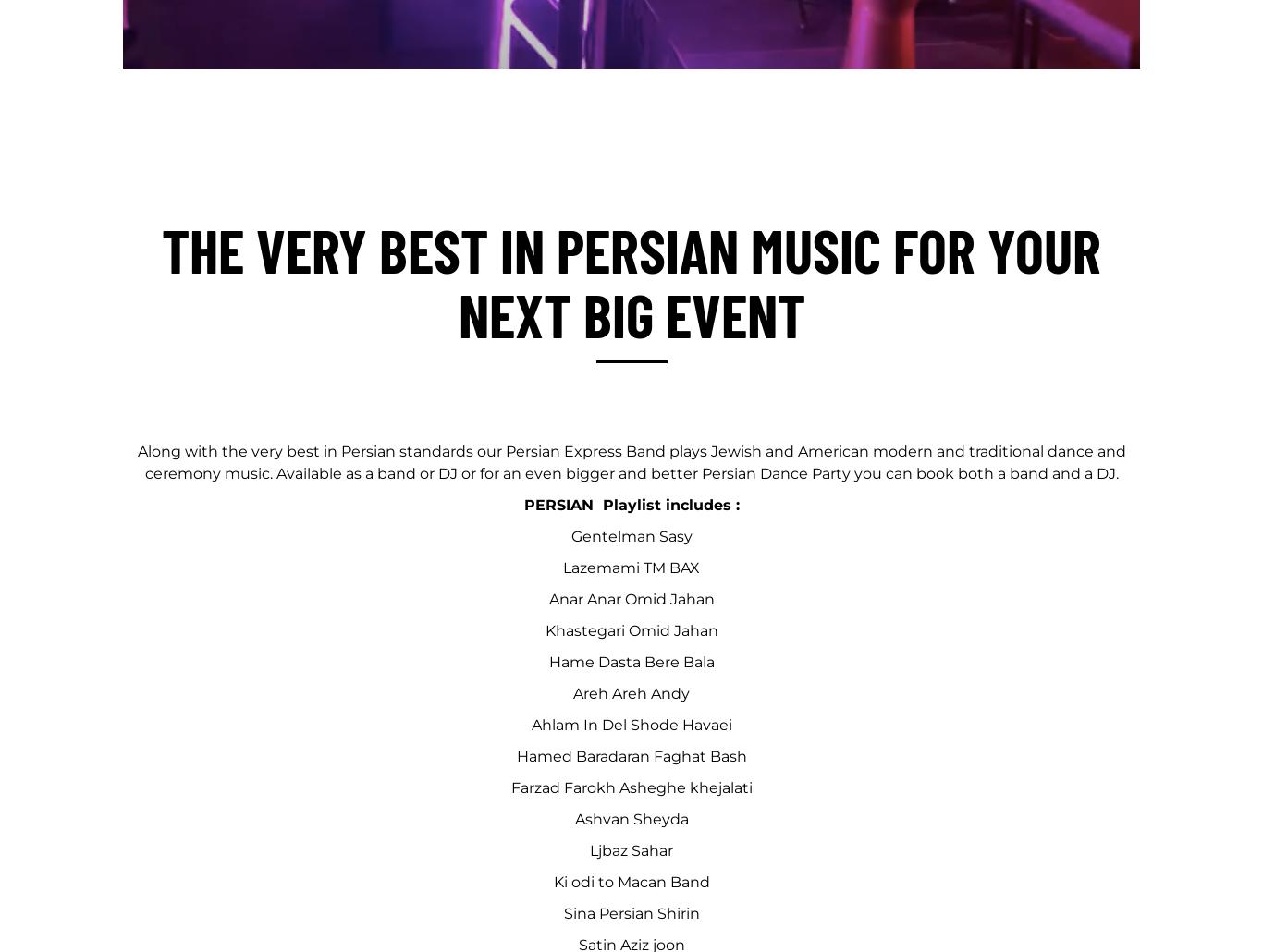 The image size is (1263, 952). What do you see at coordinates (630, 819) in the screenshot?
I see `'Ashvan Sheyda'` at bounding box center [630, 819].